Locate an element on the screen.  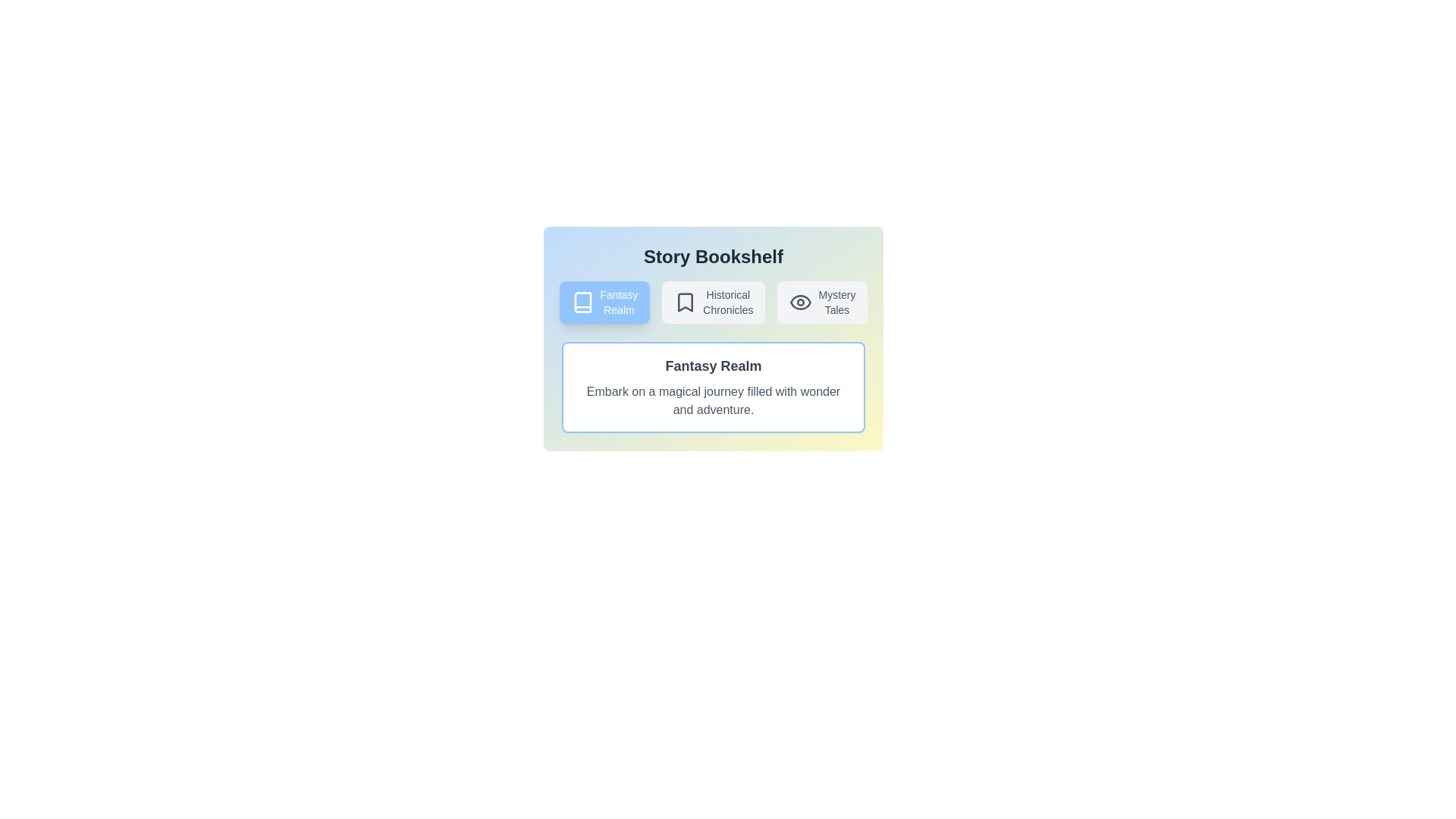
the button corresponding to Fantasy Realm to navigate to that story is located at coordinates (604, 302).